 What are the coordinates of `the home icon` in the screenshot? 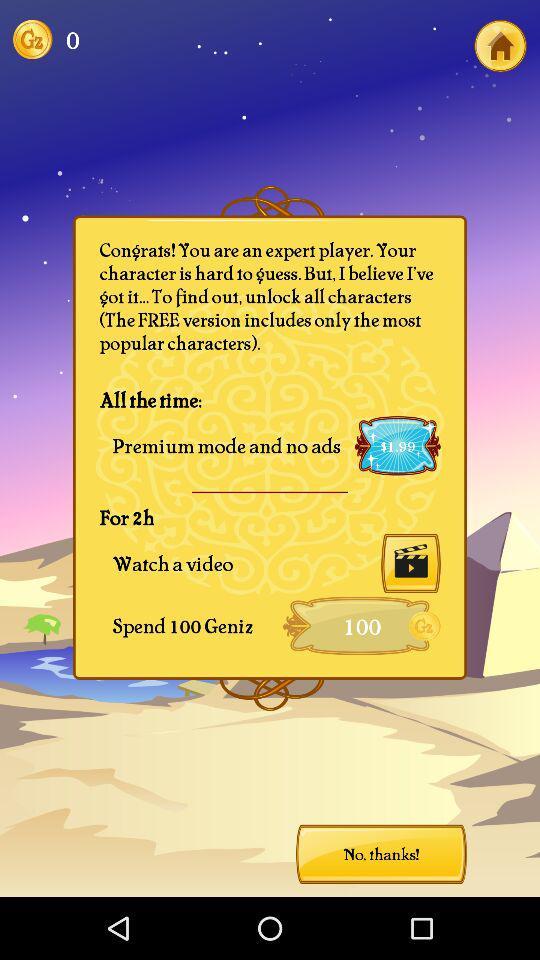 It's located at (499, 48).